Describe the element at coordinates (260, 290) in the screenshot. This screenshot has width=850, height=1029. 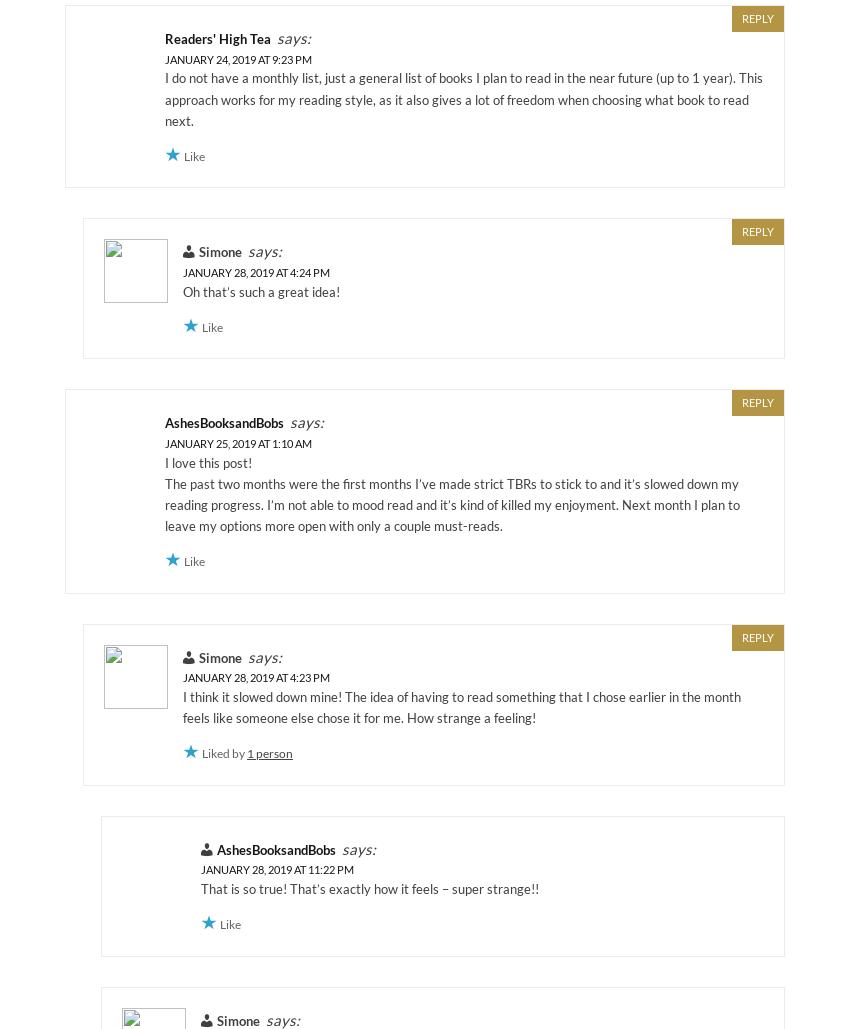
I see `'Oh that’s such a great idea!'` at that location.